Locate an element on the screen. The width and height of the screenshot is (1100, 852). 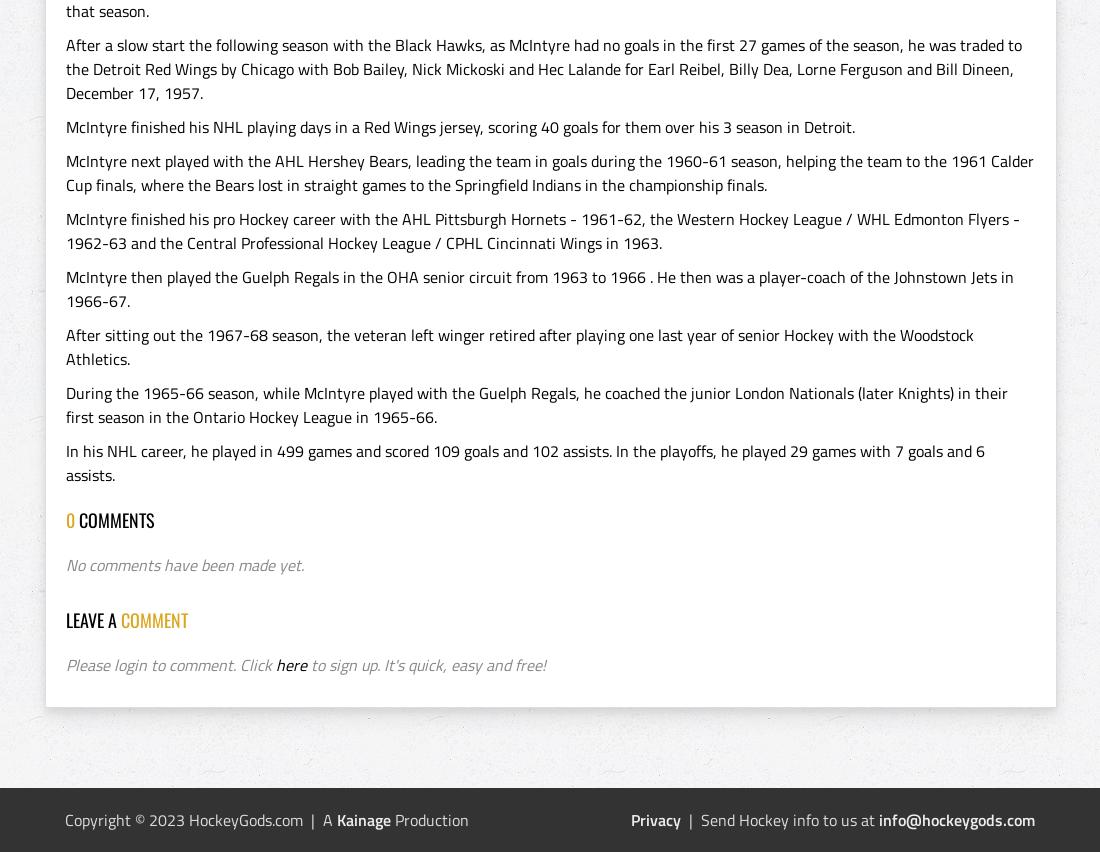
'COMMENTS' is located at coordinates (117, 518).